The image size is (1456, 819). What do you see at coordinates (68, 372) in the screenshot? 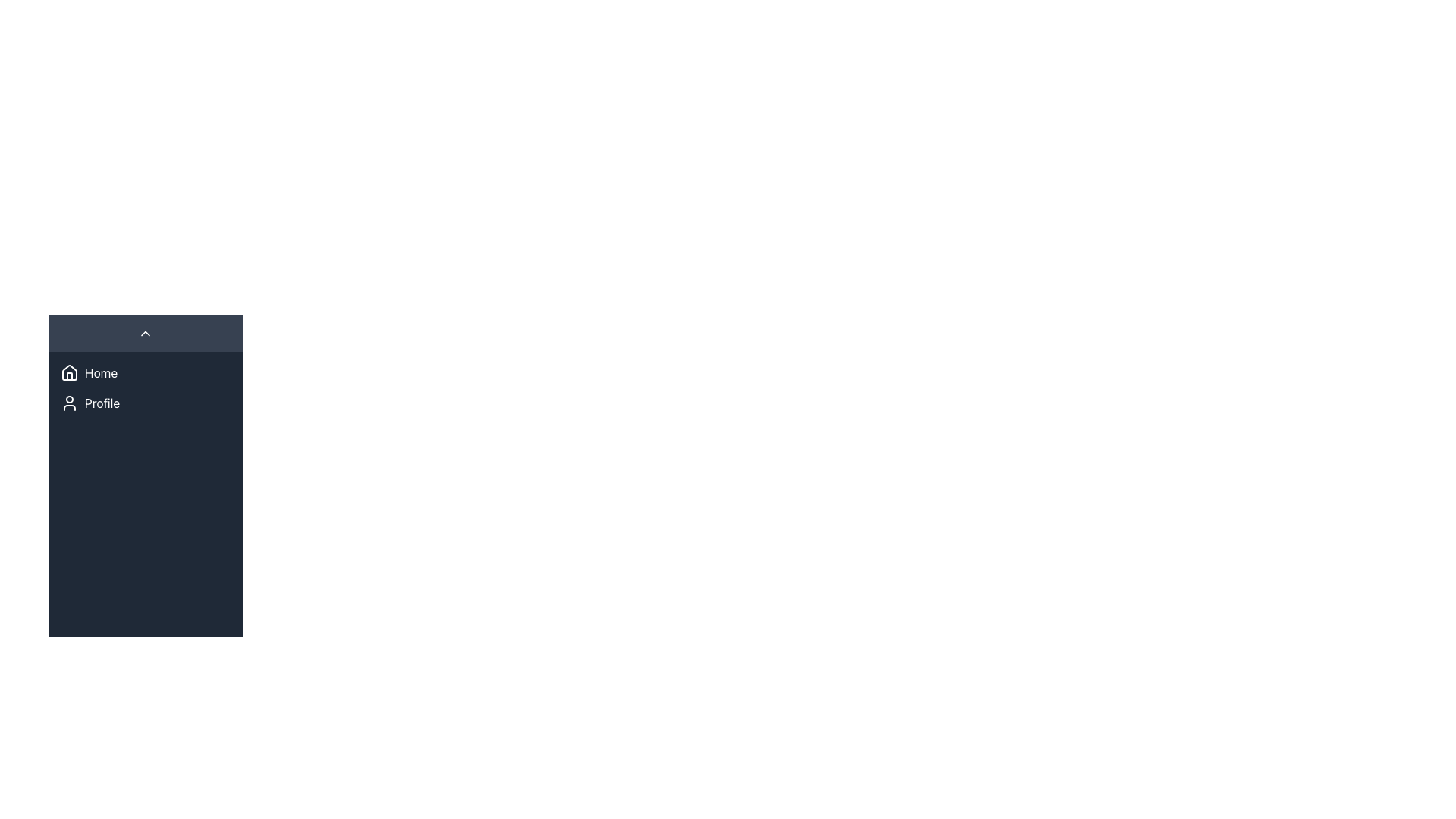
I see `the 'Home' icon located in the left sidebar near the top` at bounding box center [68, 372].